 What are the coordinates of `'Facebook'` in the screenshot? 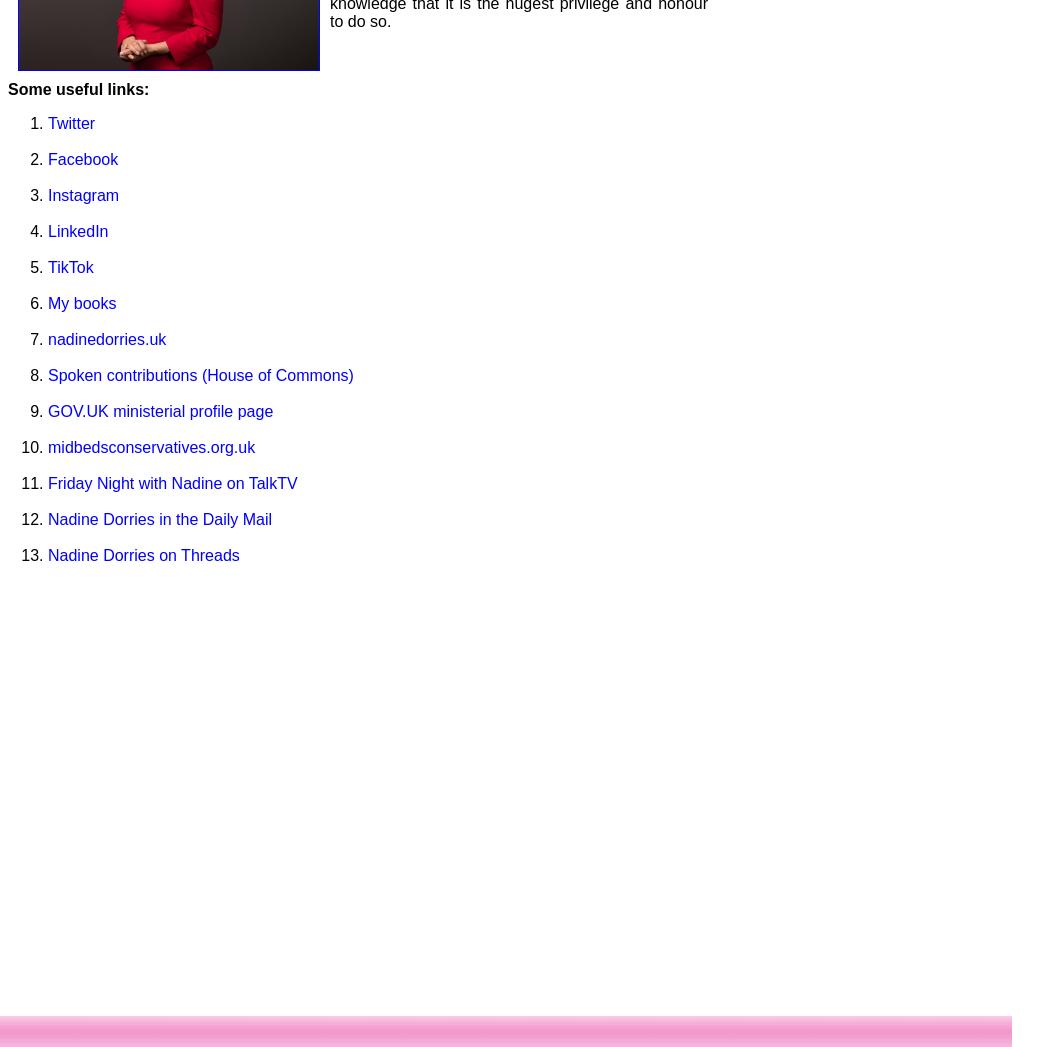 It's located at (48, 158).